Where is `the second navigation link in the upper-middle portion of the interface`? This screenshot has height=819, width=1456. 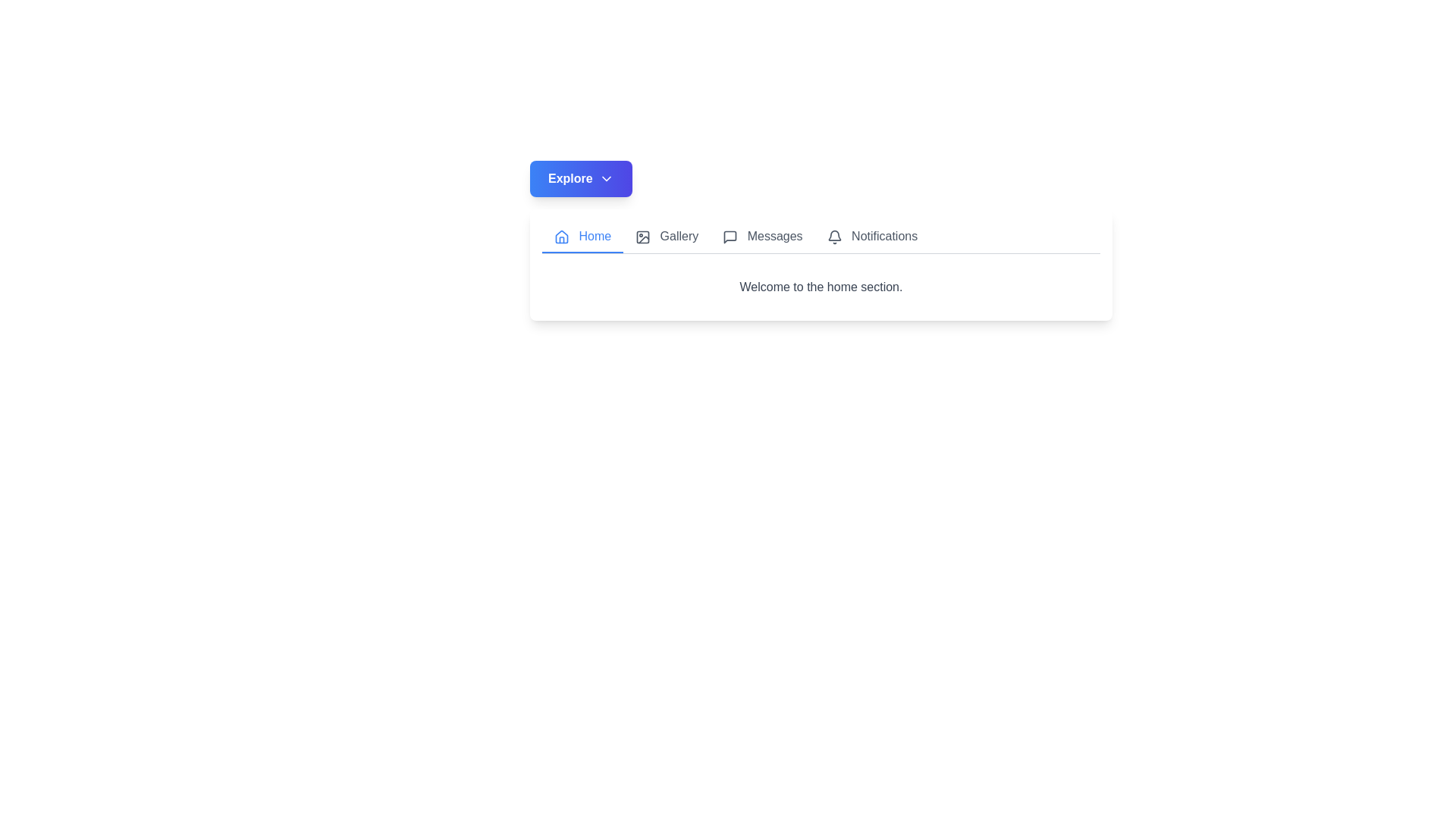
the second navigation link in the upper-middle portion of the interface is located at coordinates (667, 237).